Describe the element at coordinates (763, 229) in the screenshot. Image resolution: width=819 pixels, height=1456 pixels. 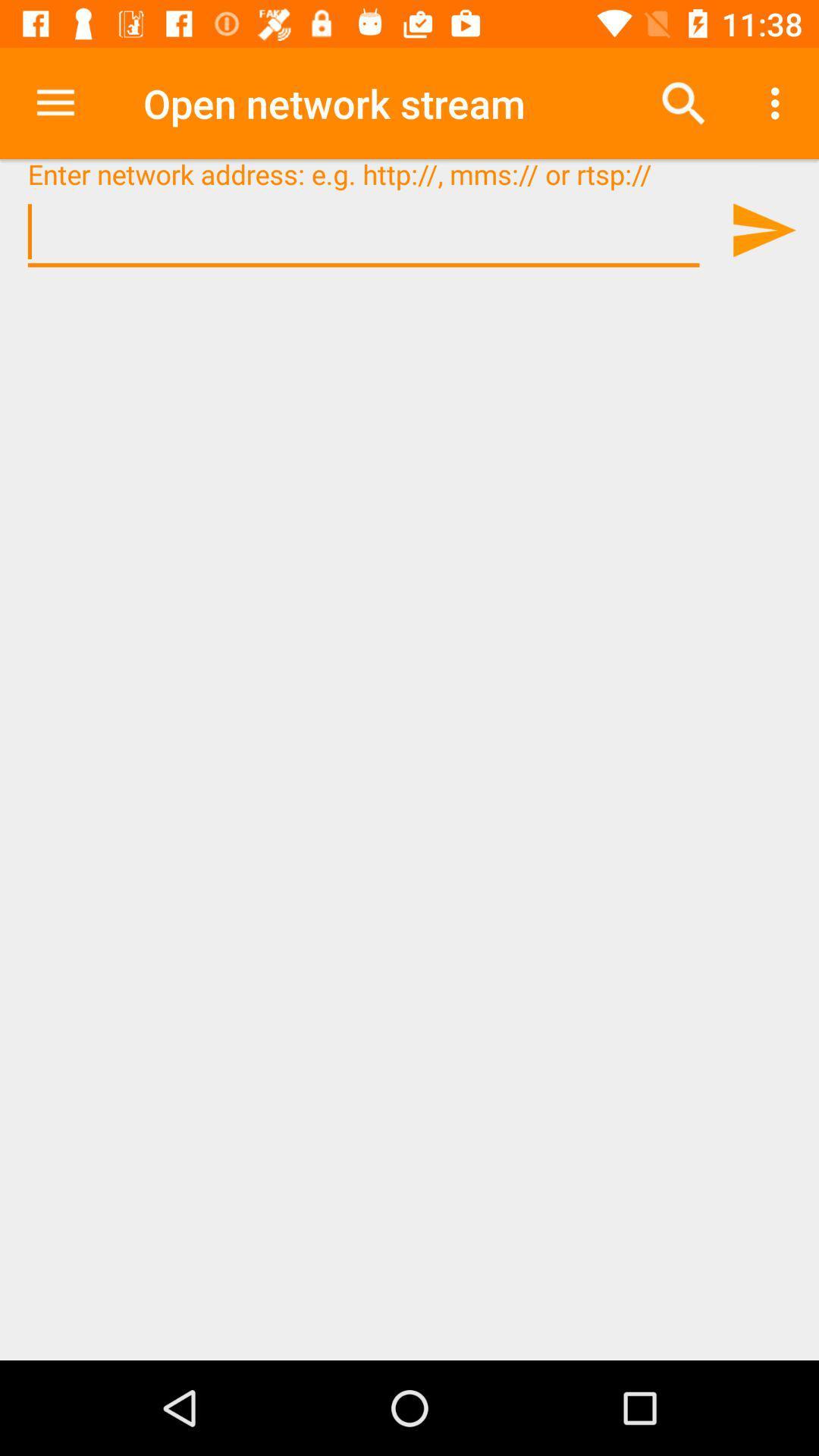
I see `website` at that location.